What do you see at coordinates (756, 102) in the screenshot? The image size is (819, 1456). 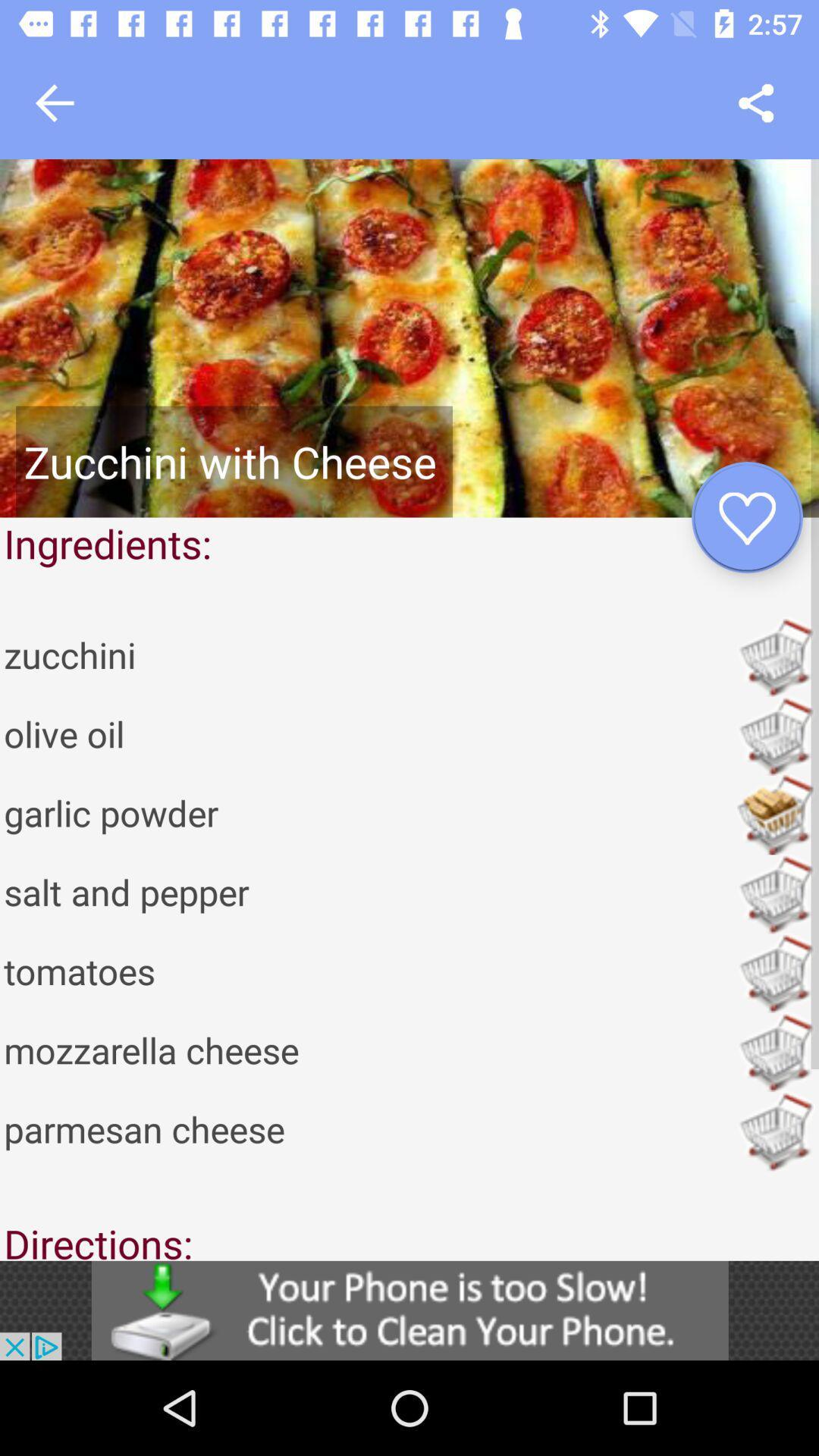 I see `share option` at bounding box center [756, 102].